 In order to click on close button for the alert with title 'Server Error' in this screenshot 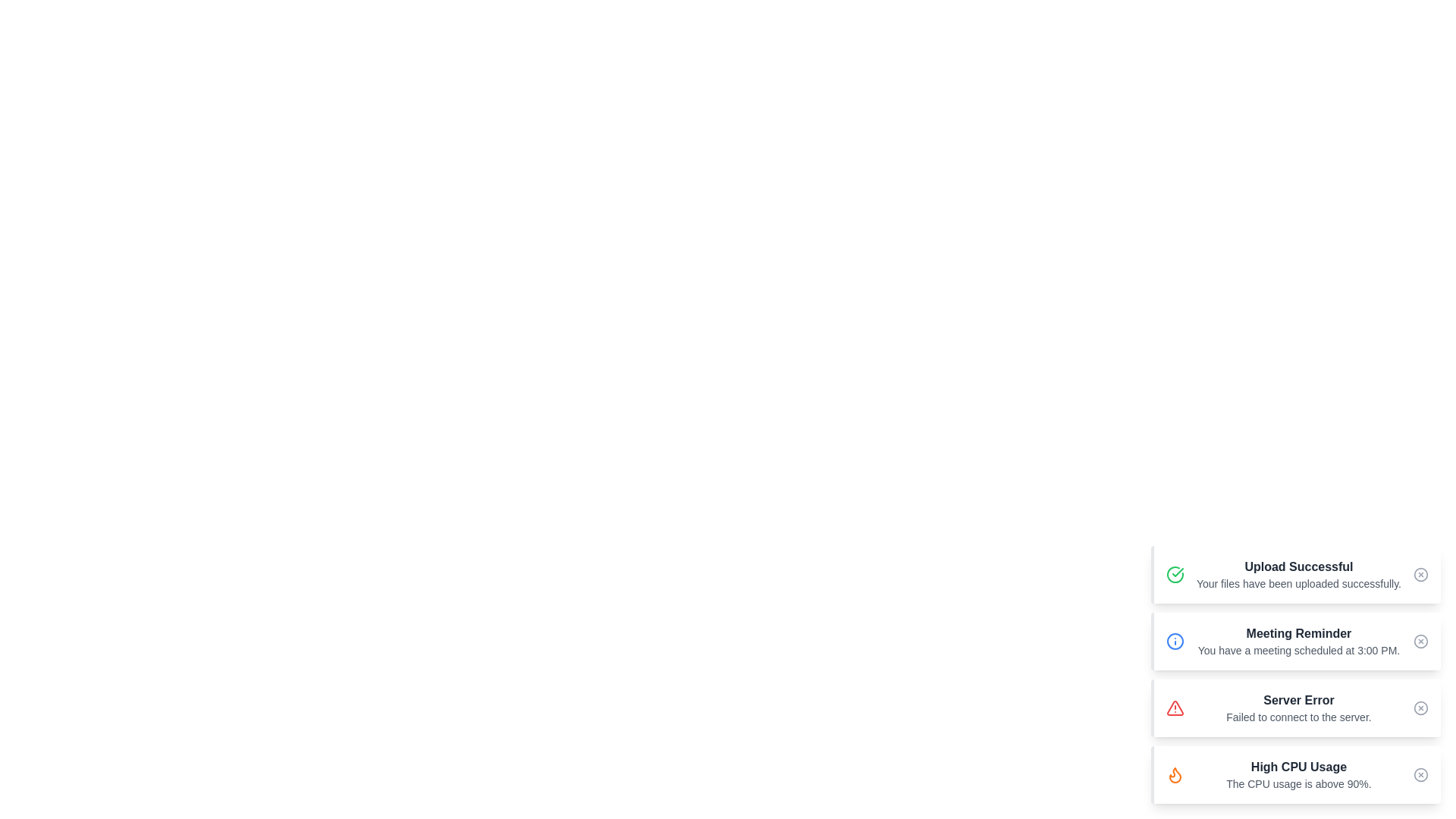, I will do `click(1420, 708)`.